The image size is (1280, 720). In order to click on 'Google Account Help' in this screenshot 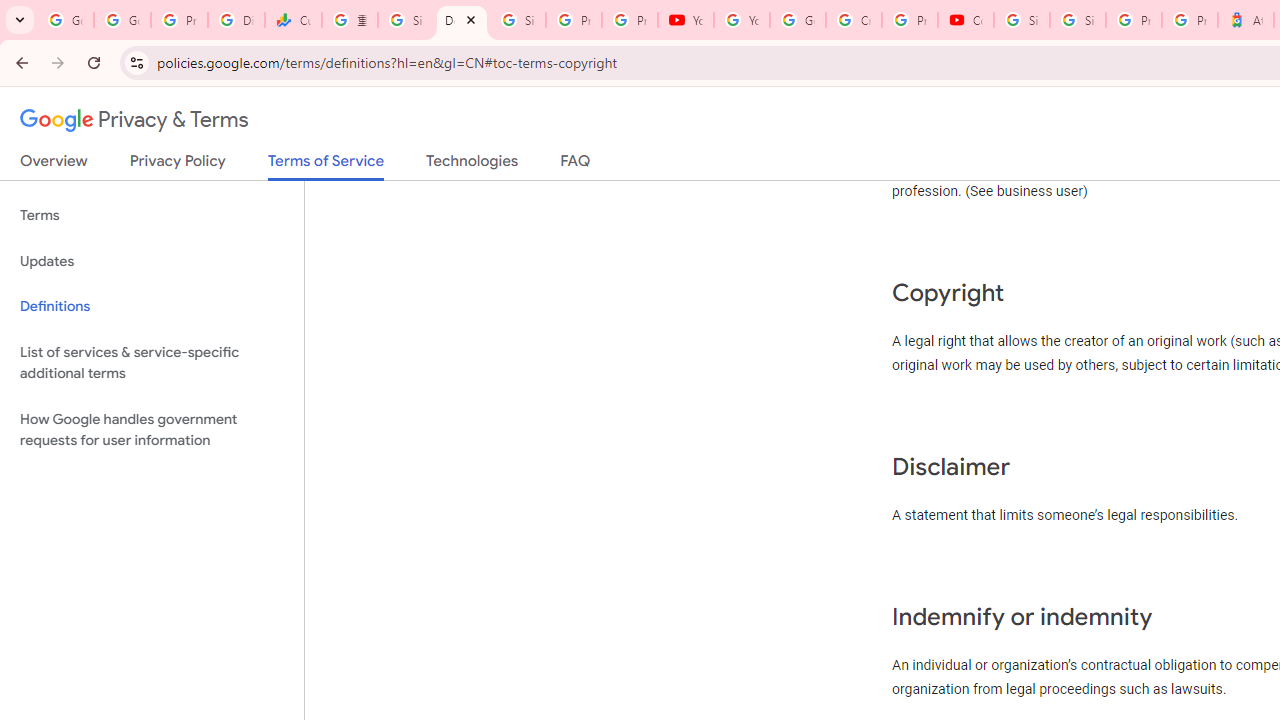, I will do `click(797, 20)`.